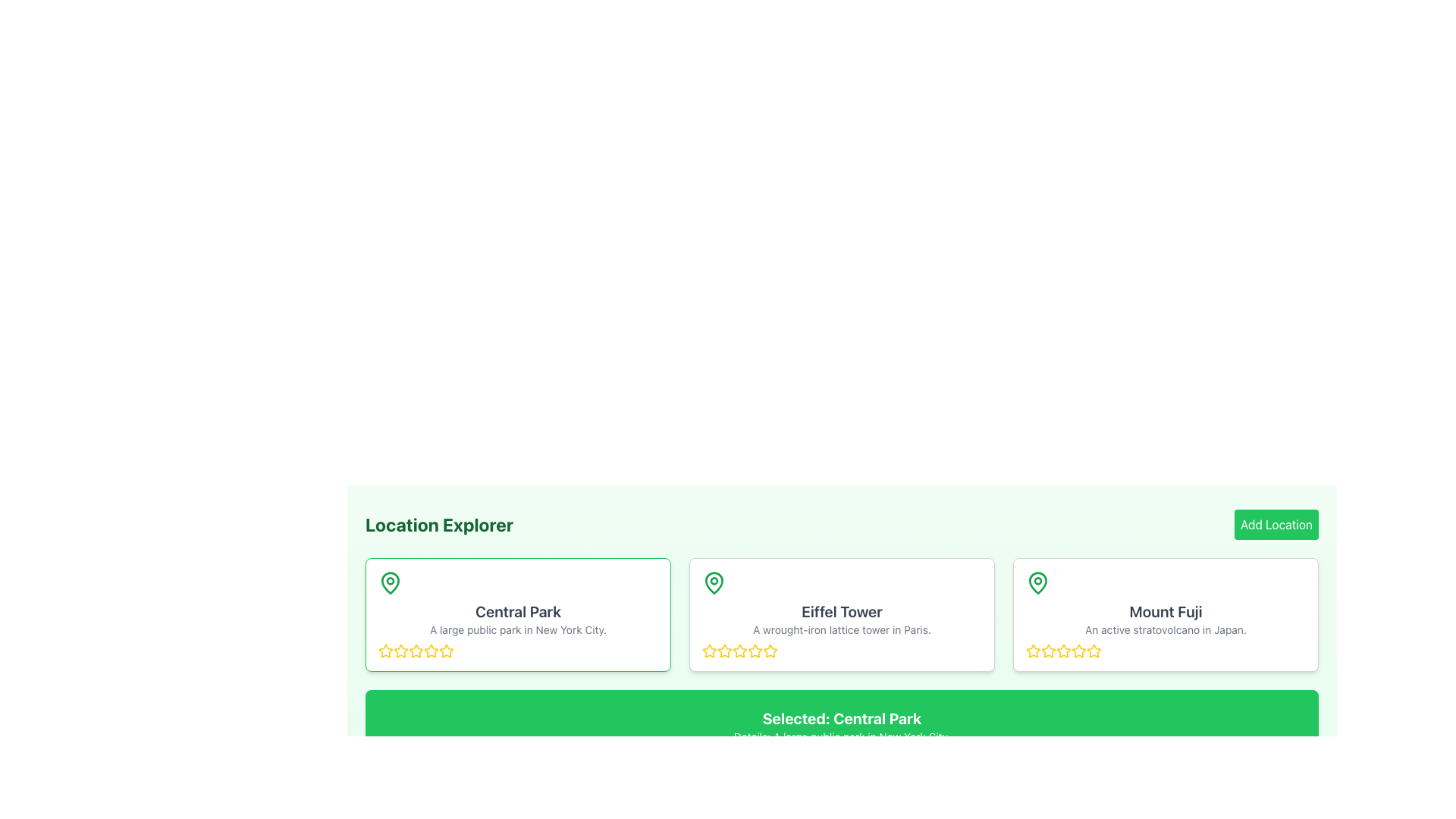  What do you see at coordinates (431, 650) in the screenshot?
I see `the fourth star icon in the rating bar located below the 'Central Park' section` at bounding box center [431, 650].